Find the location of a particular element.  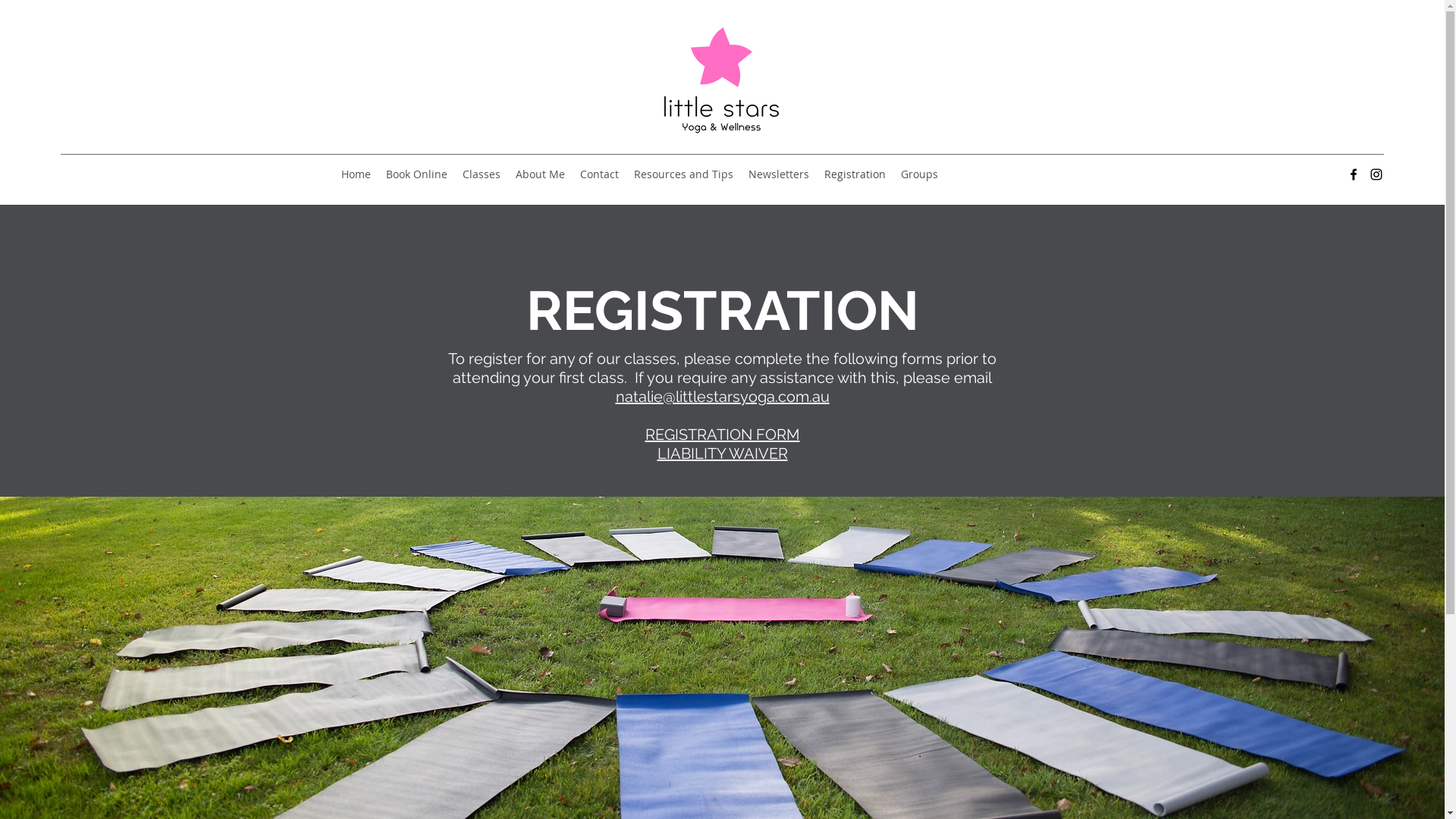

'Home' is located at coordinates (355, 174).